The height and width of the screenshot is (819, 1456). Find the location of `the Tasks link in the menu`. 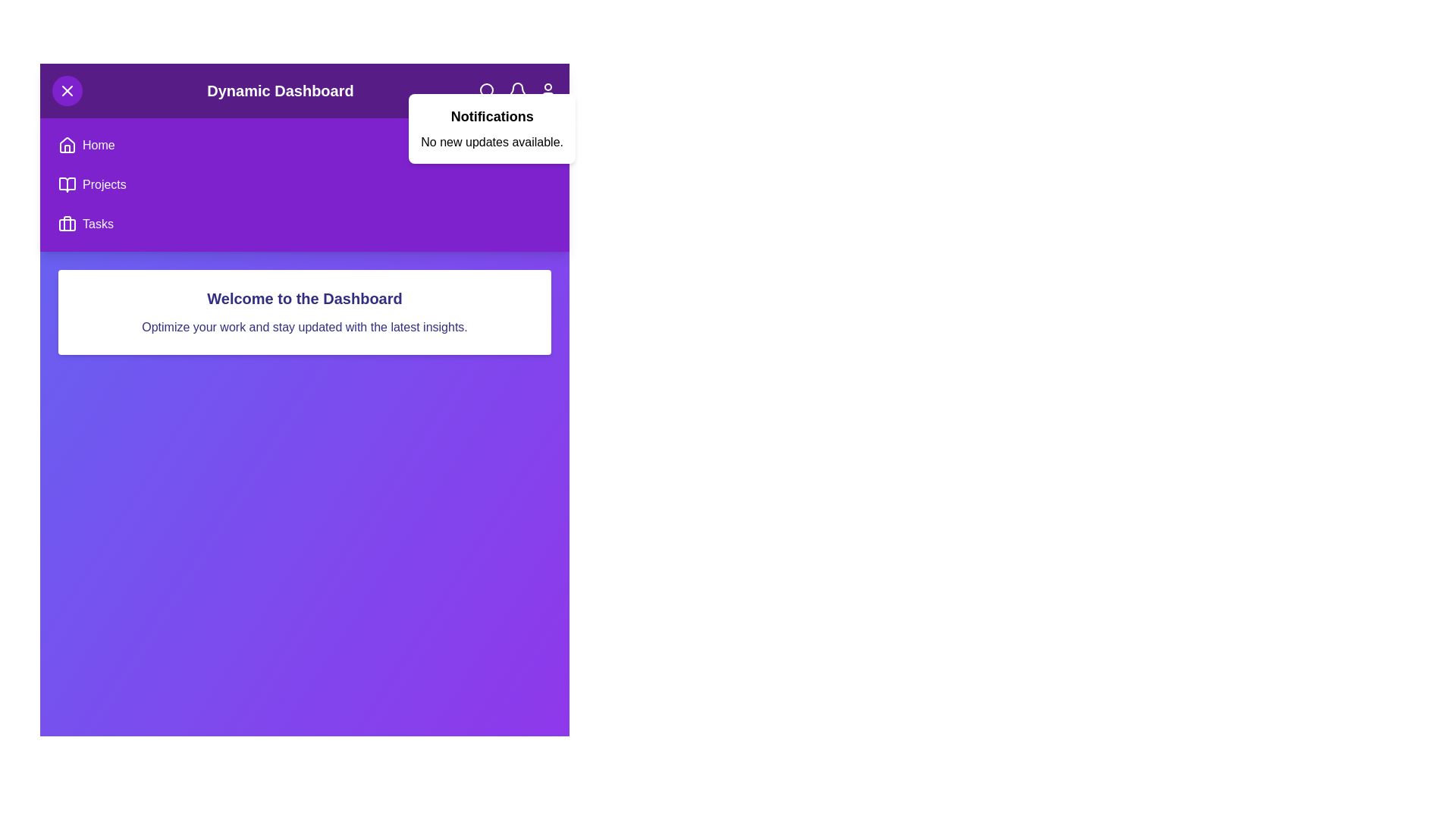

the Tasks link in the menu is located at coordinates (97, 224).